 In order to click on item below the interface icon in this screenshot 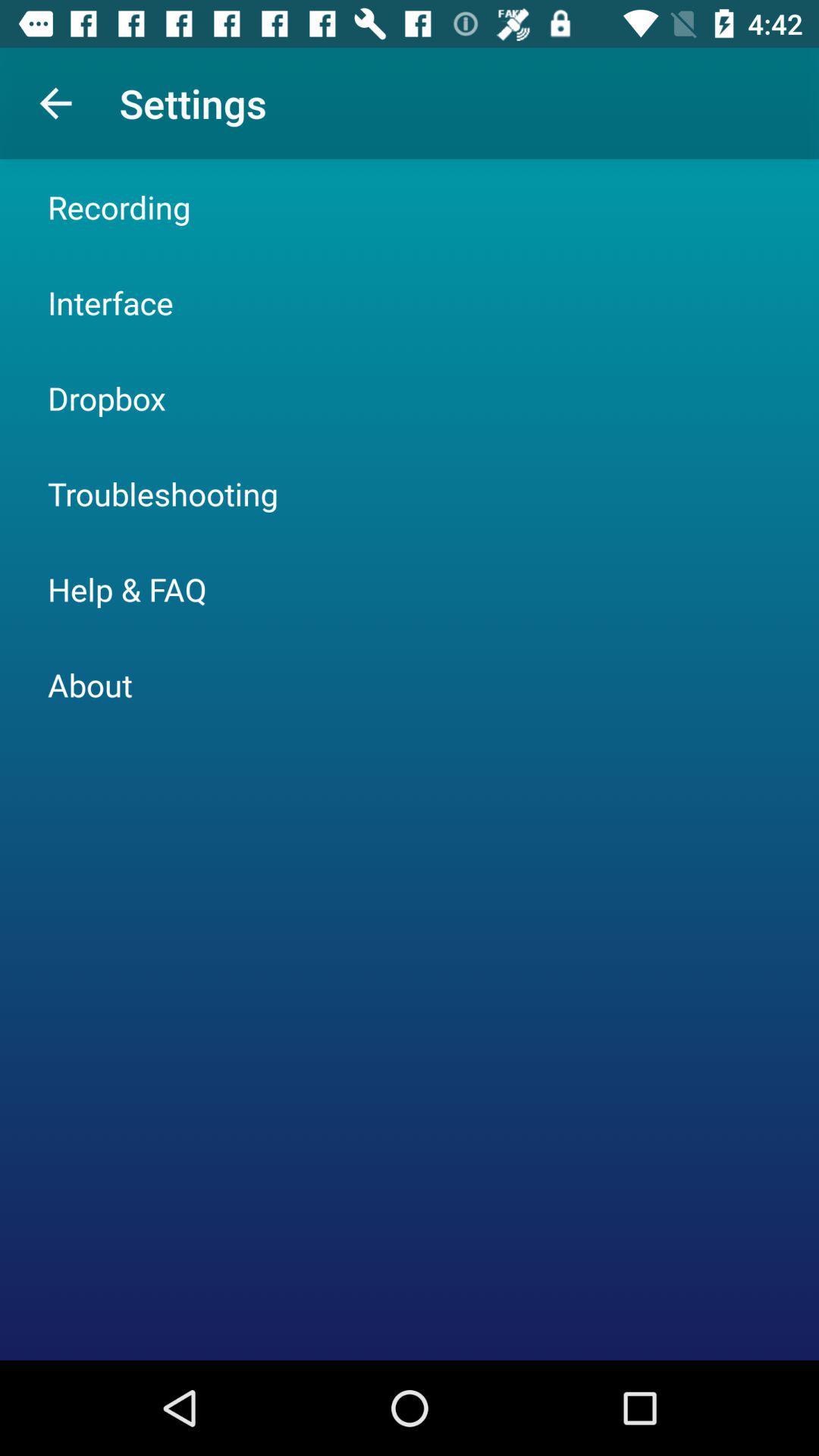, I will do `click(106, 397)`.